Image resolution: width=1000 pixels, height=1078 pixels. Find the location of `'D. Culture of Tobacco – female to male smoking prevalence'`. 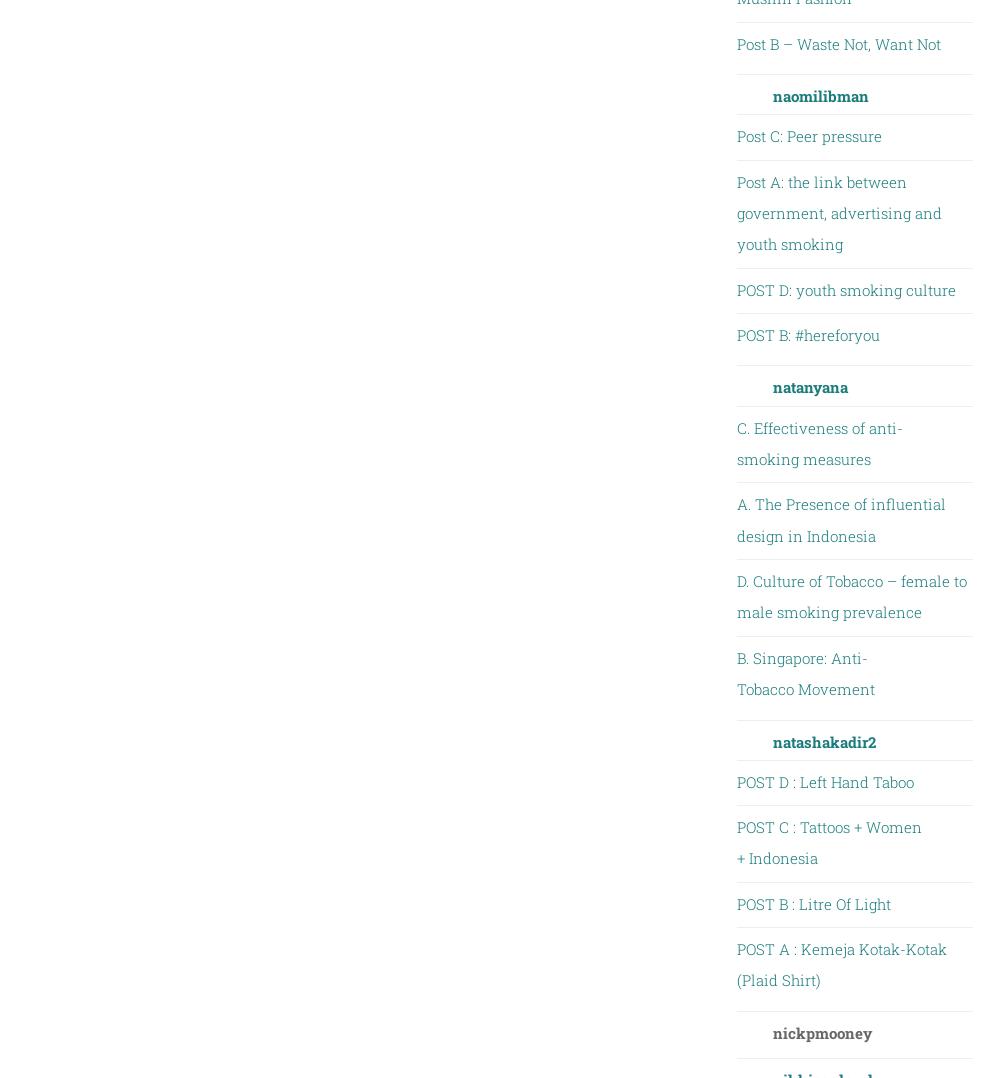

'D. Culture of Tobacco – female to male smoking prevalence' is located at coordinates (850, 596).